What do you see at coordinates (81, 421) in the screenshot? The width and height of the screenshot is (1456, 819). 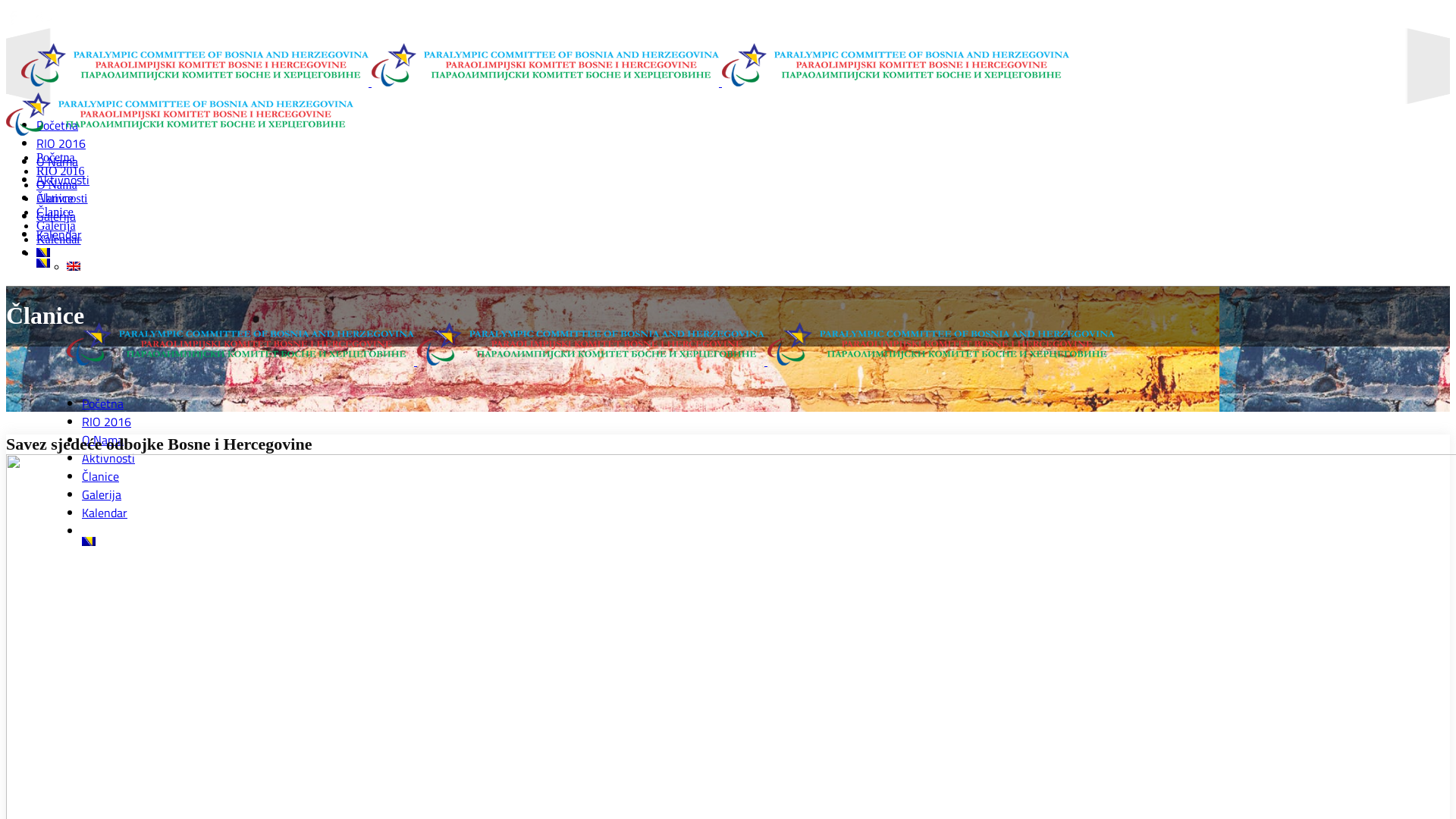 I see `'RIO 2016'` at bounding box center [81, 421].